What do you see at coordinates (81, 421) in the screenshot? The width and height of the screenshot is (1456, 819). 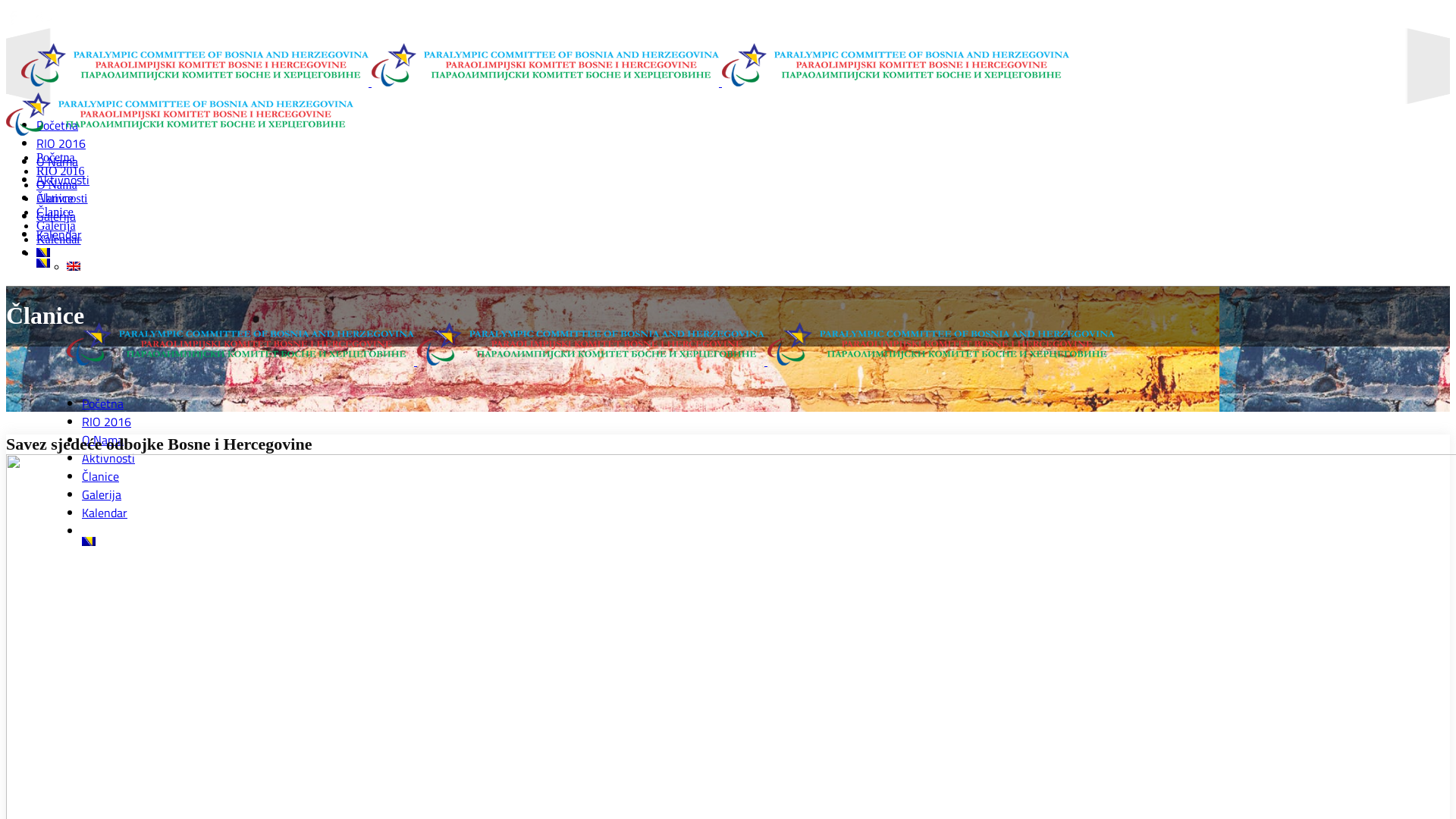 I see `'RIO 2016'` at bounding box center [81, 421].